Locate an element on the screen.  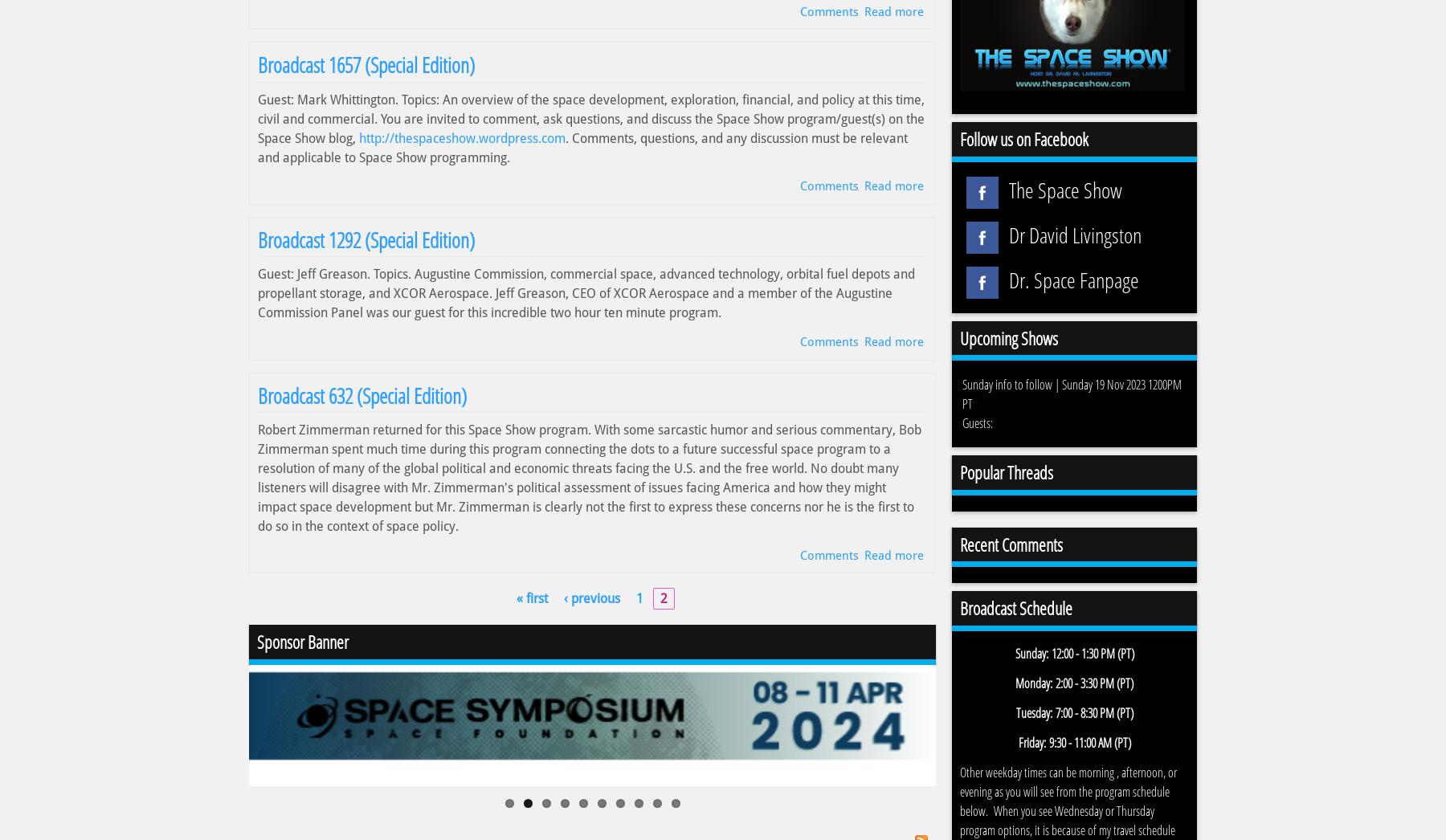
'Dr David Livingston' is located at coordinates (1005, 234).